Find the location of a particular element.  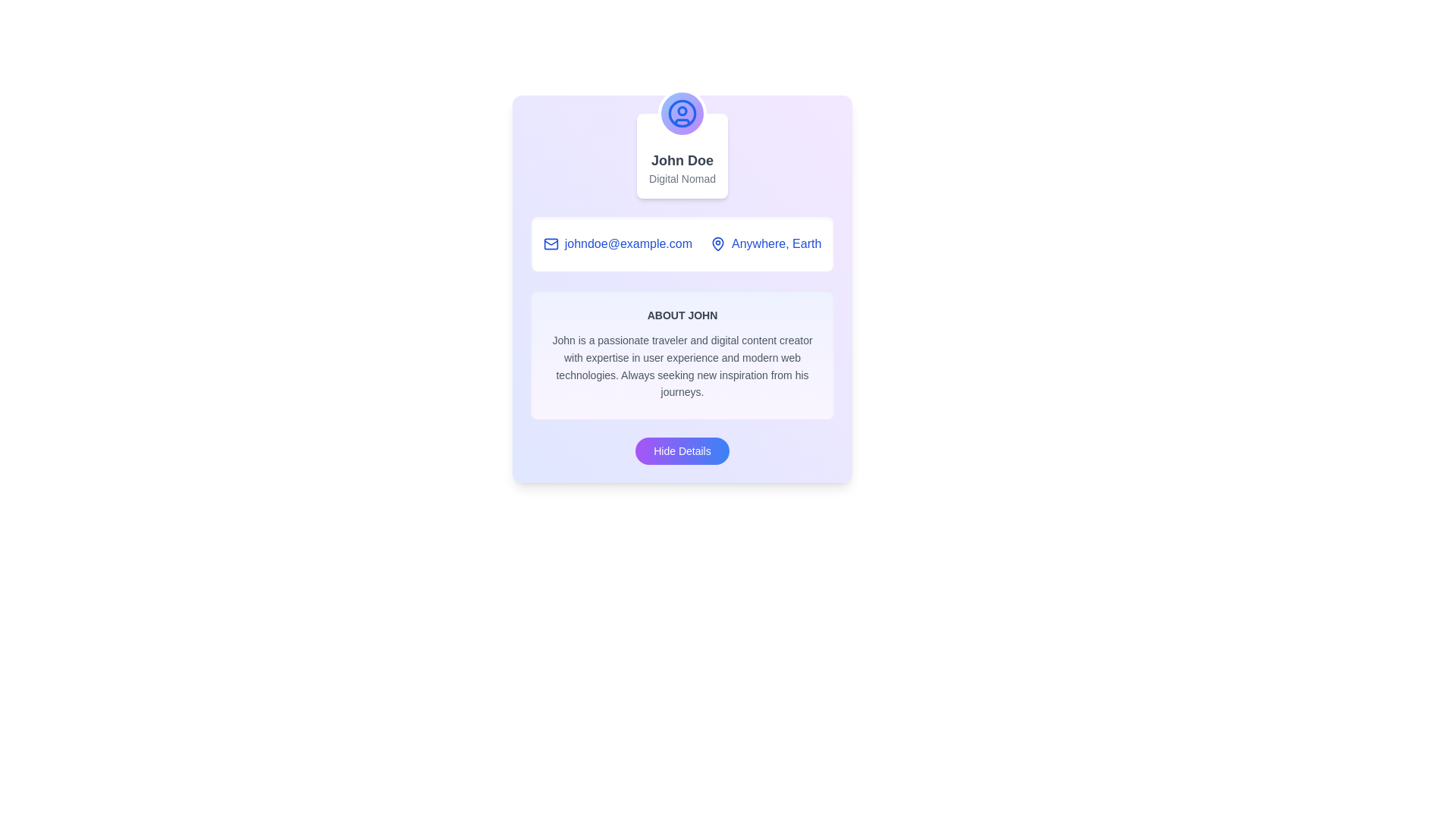

the circular graphical element that forms the base of the user avatar icon, positioned centrally above the user's name 'John Doe' in the card layout is located at coordinates (682, 113).